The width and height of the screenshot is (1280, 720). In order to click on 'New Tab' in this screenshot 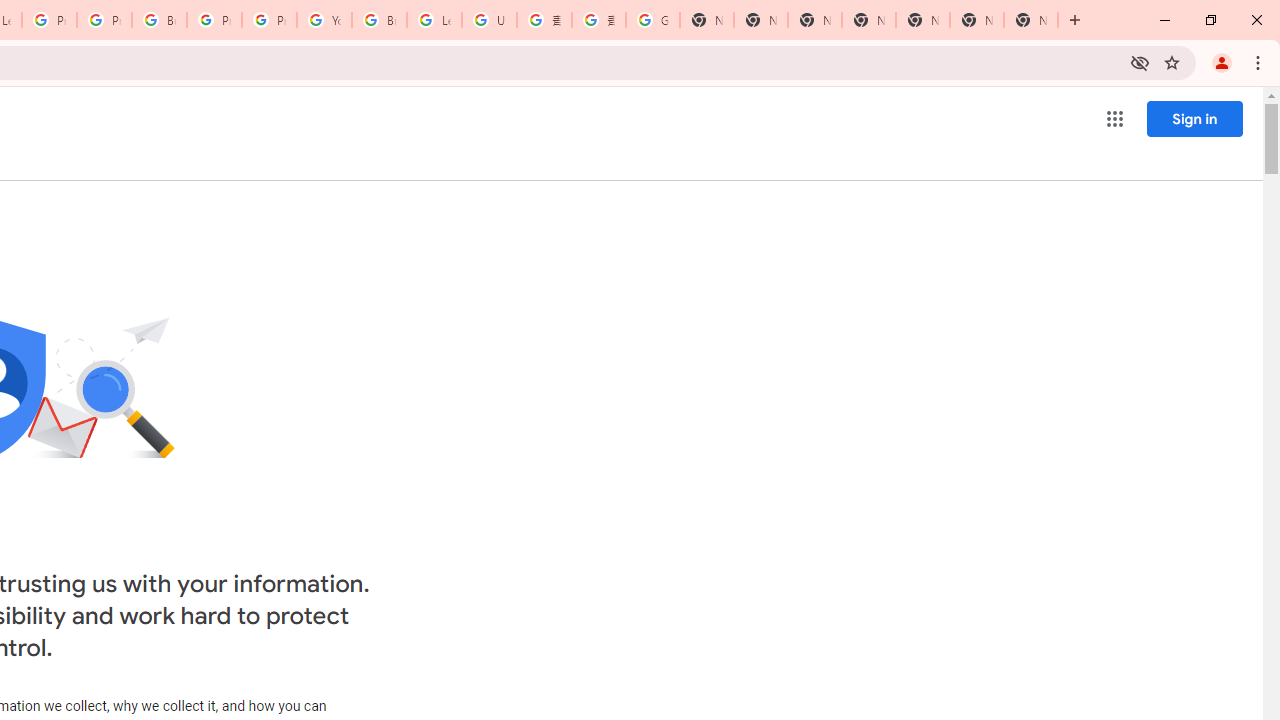, I will do `click(1031, 20)`.